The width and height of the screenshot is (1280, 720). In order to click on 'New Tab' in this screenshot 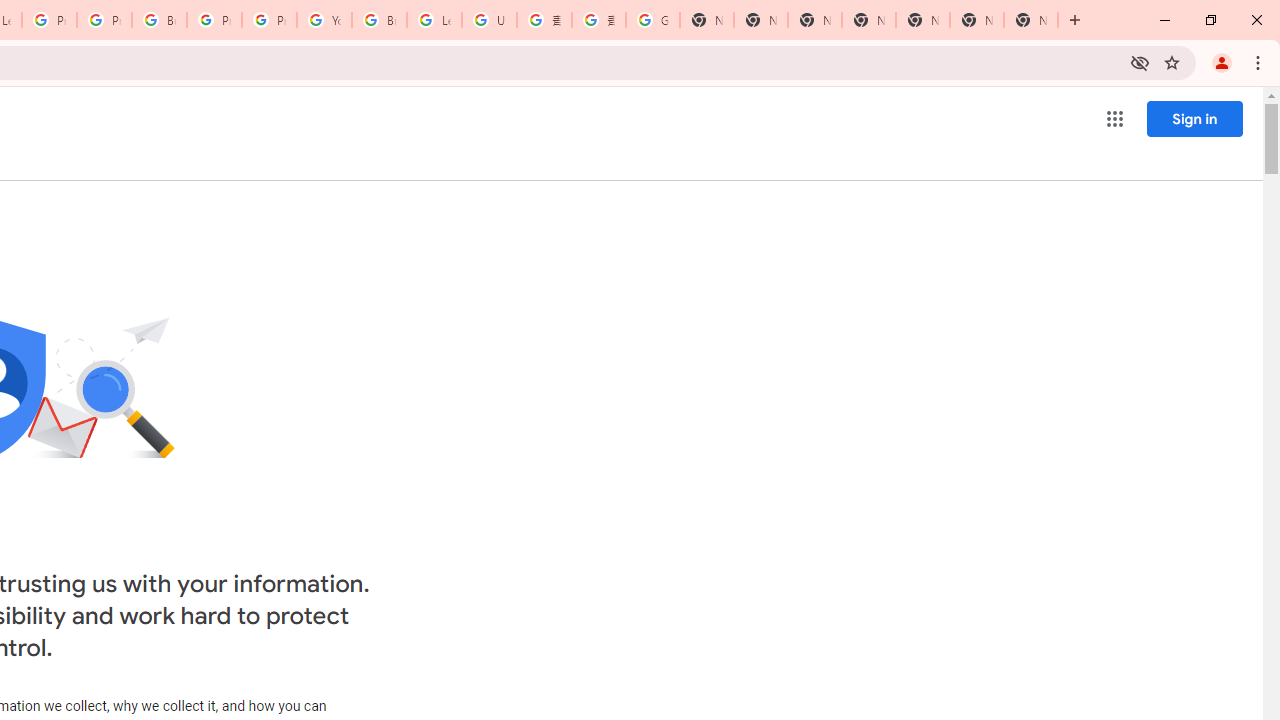, I will do `click(1031, 20)`.